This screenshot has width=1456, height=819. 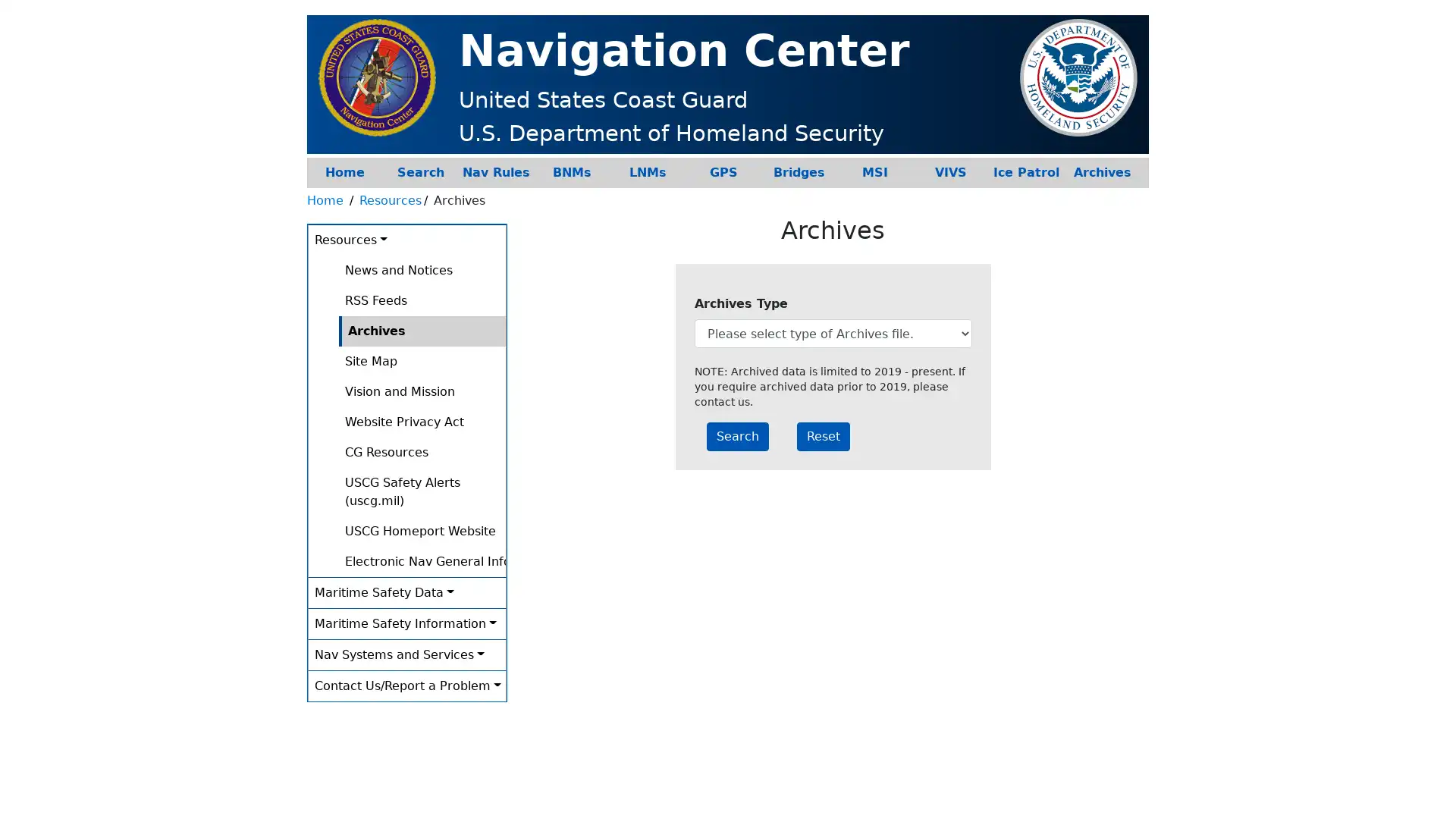 What do you see at coordinates (736, 435) in the screenshot?
I see `Search` at bounding box center [736, 435].